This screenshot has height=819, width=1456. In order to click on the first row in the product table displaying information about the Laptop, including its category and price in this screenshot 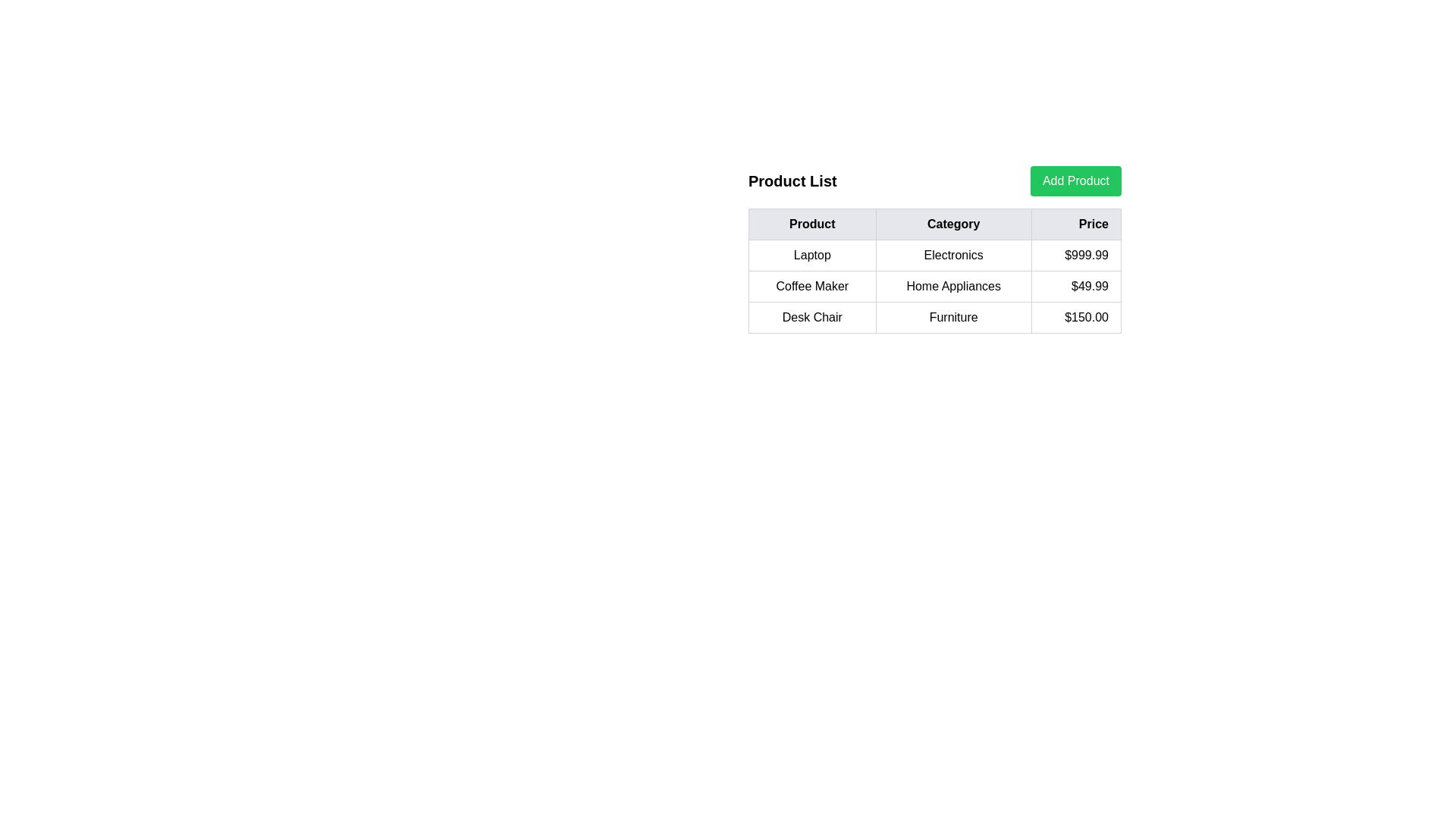, I will do `click(934, 254)`.